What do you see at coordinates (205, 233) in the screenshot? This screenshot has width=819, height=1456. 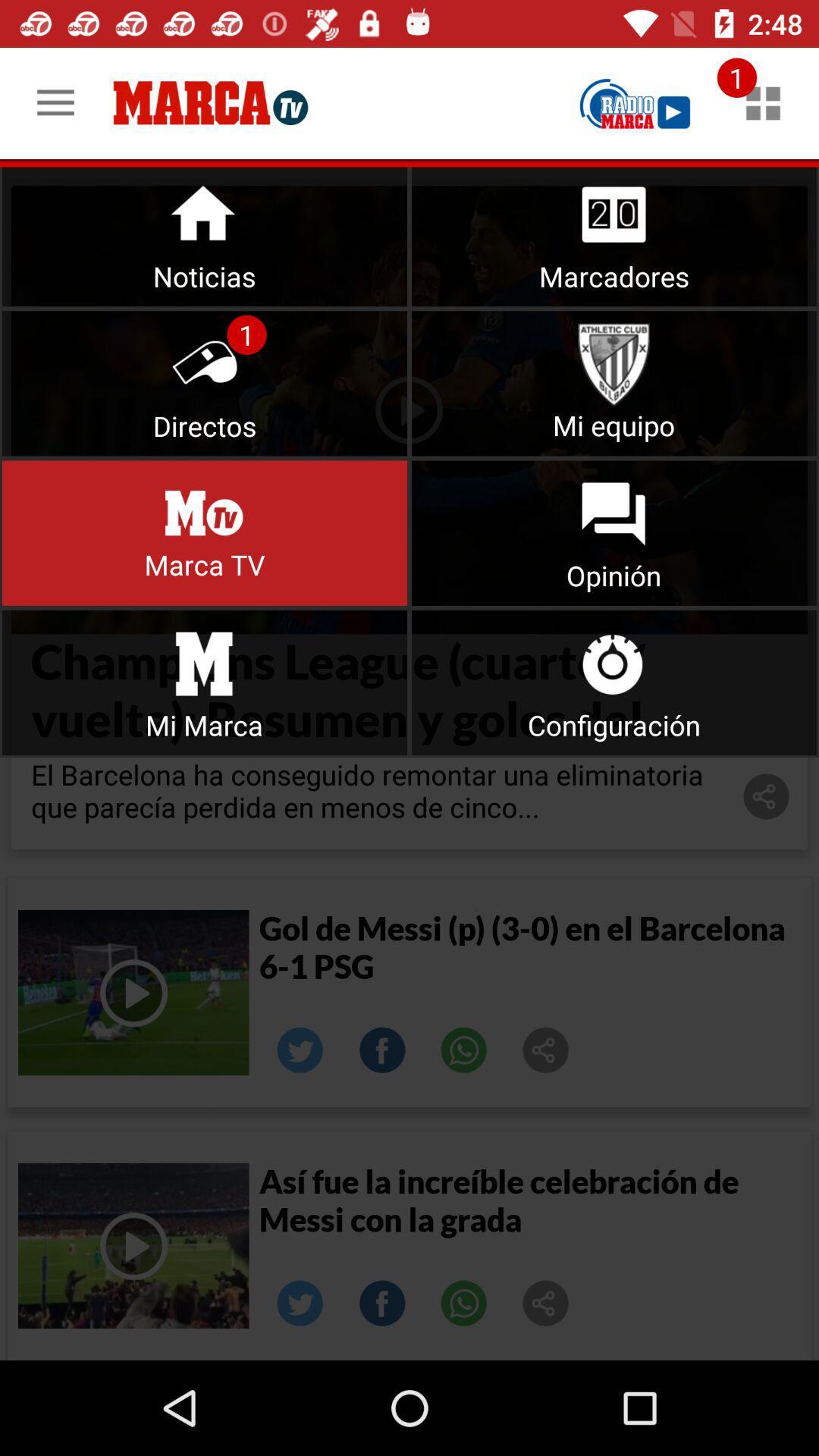 I see `notifications button` at bounding box center [205, 233].